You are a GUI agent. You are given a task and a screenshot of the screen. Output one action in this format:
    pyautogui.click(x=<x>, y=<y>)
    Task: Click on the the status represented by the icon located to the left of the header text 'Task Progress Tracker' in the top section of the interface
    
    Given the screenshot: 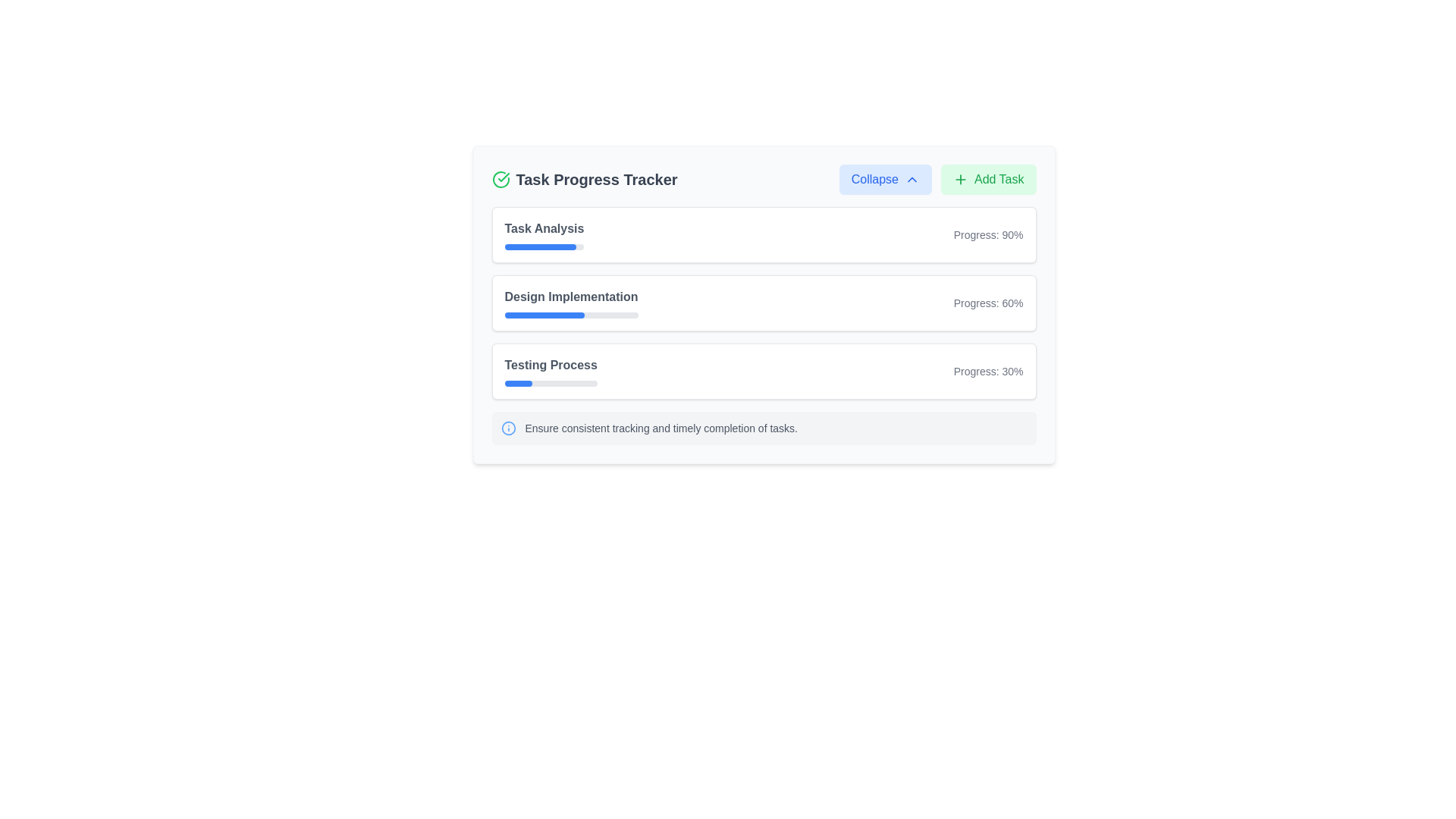 What is the action you would take?
    pyautogui.click(x=500, y=178)
    